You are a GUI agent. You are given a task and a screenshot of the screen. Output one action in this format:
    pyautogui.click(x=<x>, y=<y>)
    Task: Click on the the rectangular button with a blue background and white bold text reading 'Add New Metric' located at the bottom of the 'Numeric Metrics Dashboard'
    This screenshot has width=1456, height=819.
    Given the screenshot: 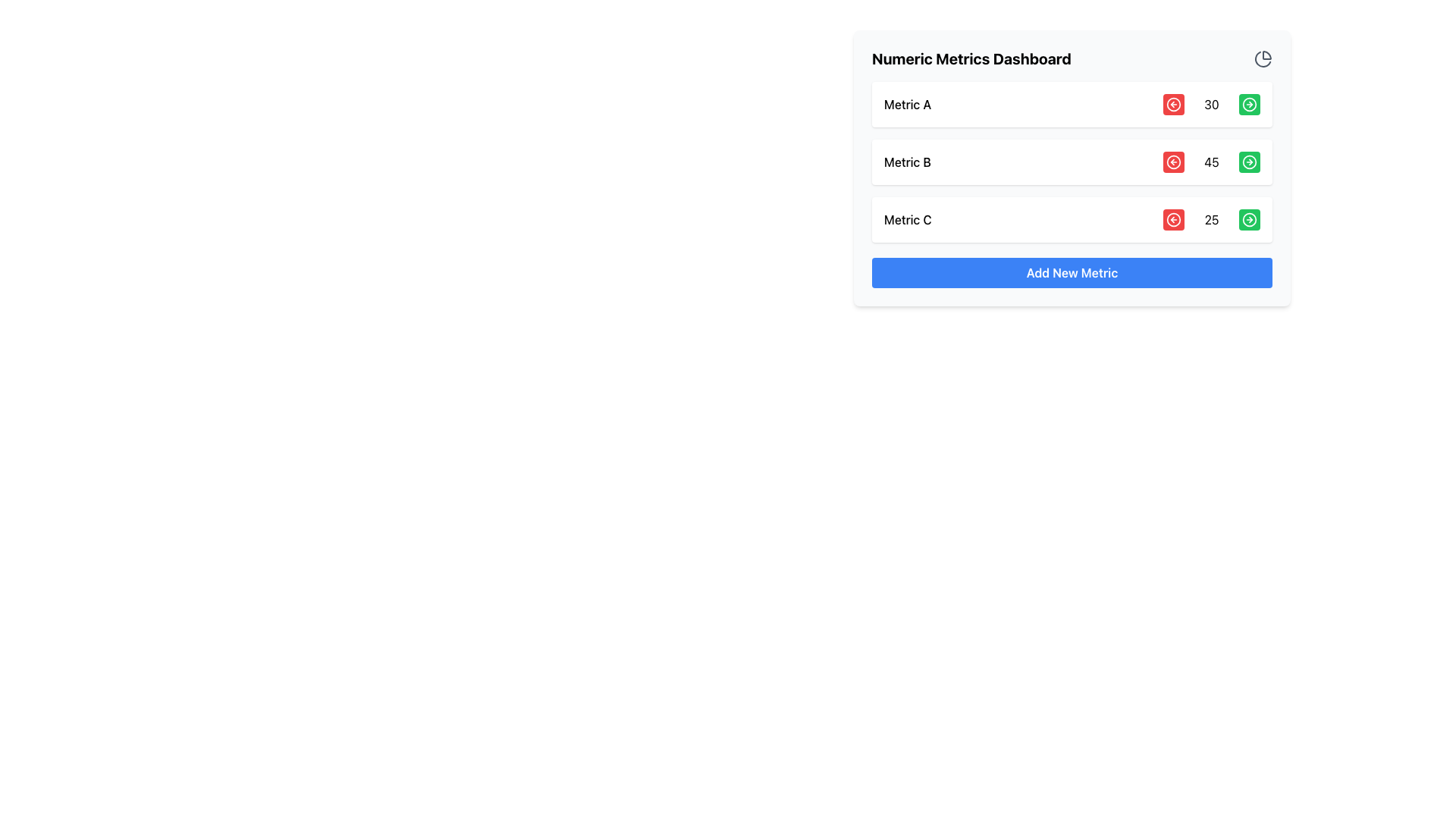 What is the action you would take?
    pyautogui.click(x=1072, y=271)
    